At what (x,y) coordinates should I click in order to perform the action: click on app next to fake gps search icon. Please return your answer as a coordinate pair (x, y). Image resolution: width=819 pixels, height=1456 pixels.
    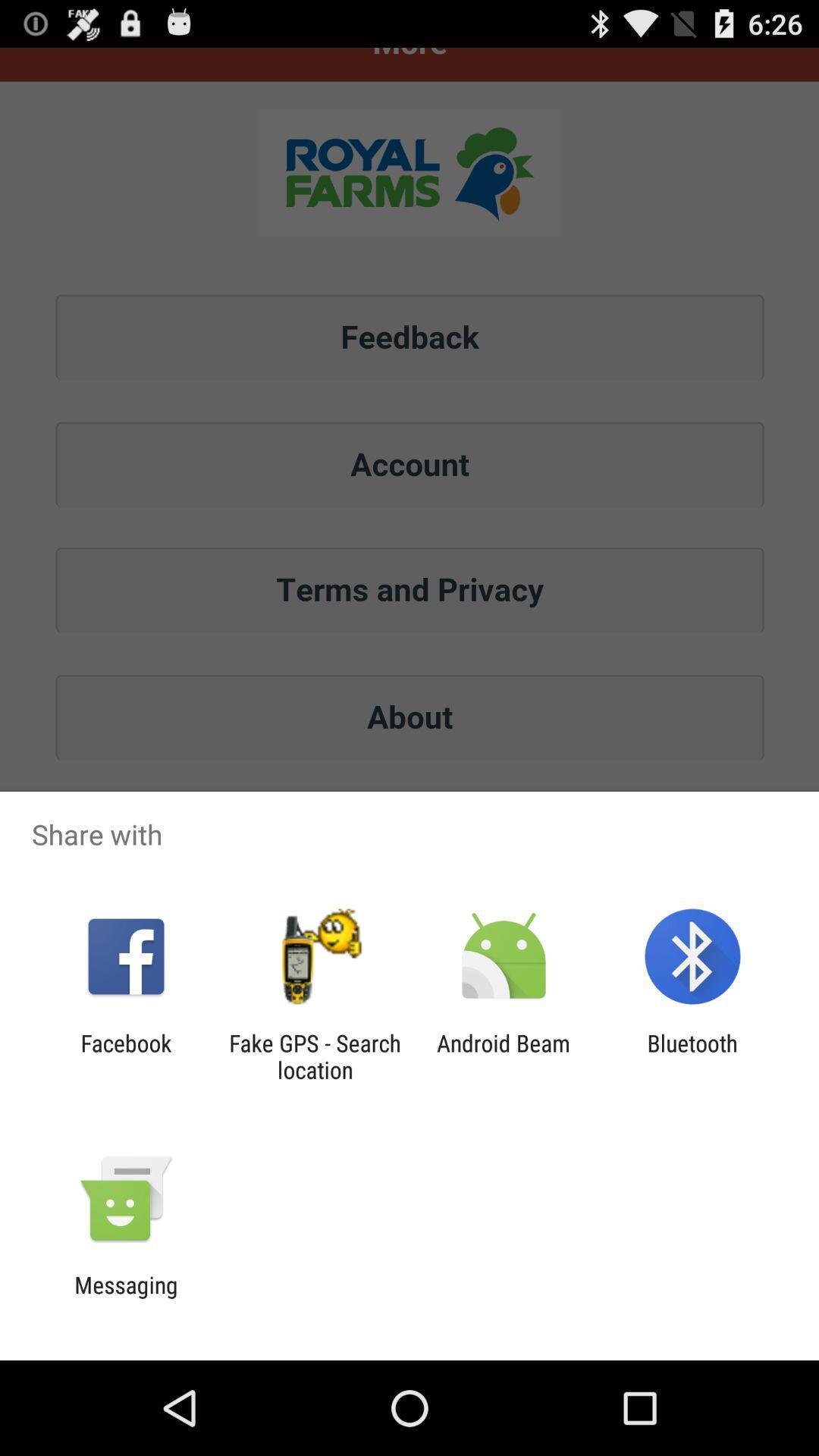
    Looking at the image, I should click on (125, 1056).